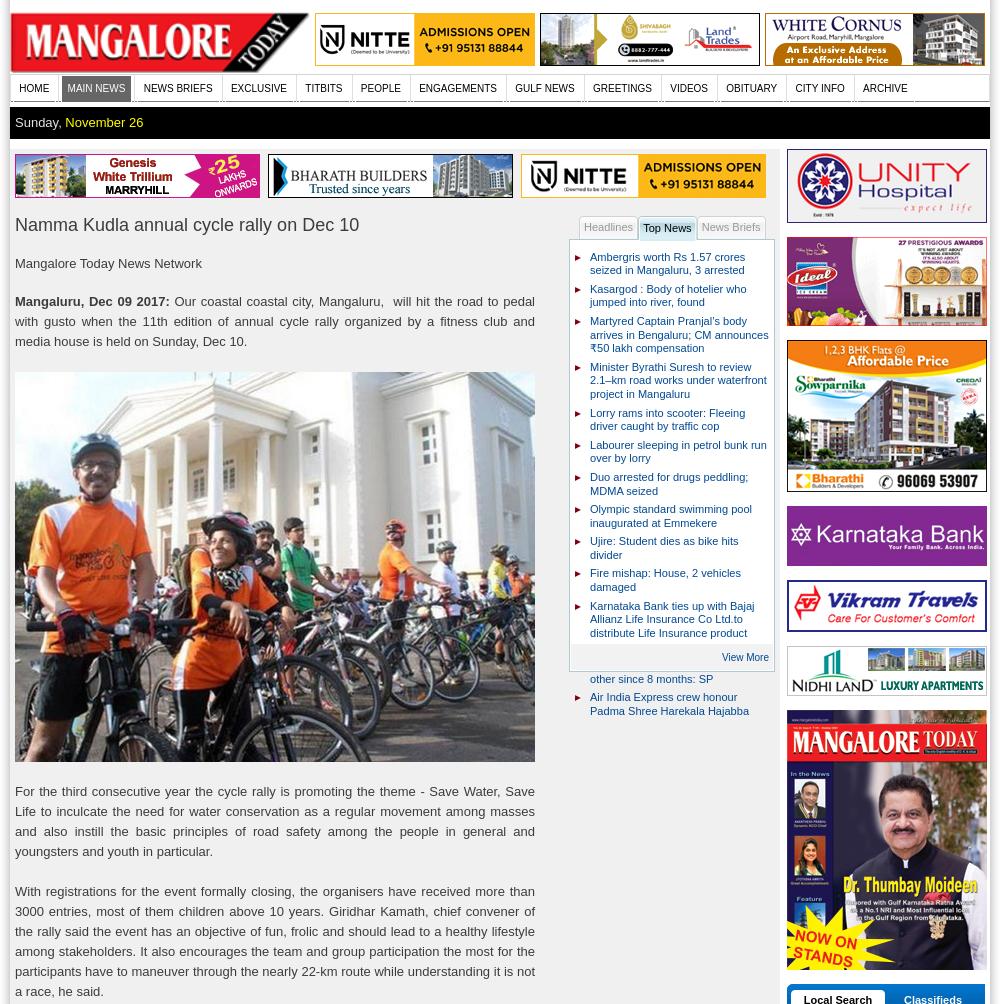 Image resolution: width=1000 pixels, height=1004 pixels. I want to click on 'Our coastal coastal city, Mangaluru,  will hit the road to pedal with gusto when the 11th edition of annual cycle rally organized by a fitness club and media house is held on Sunday, Dec 10.', so click(275, 320).